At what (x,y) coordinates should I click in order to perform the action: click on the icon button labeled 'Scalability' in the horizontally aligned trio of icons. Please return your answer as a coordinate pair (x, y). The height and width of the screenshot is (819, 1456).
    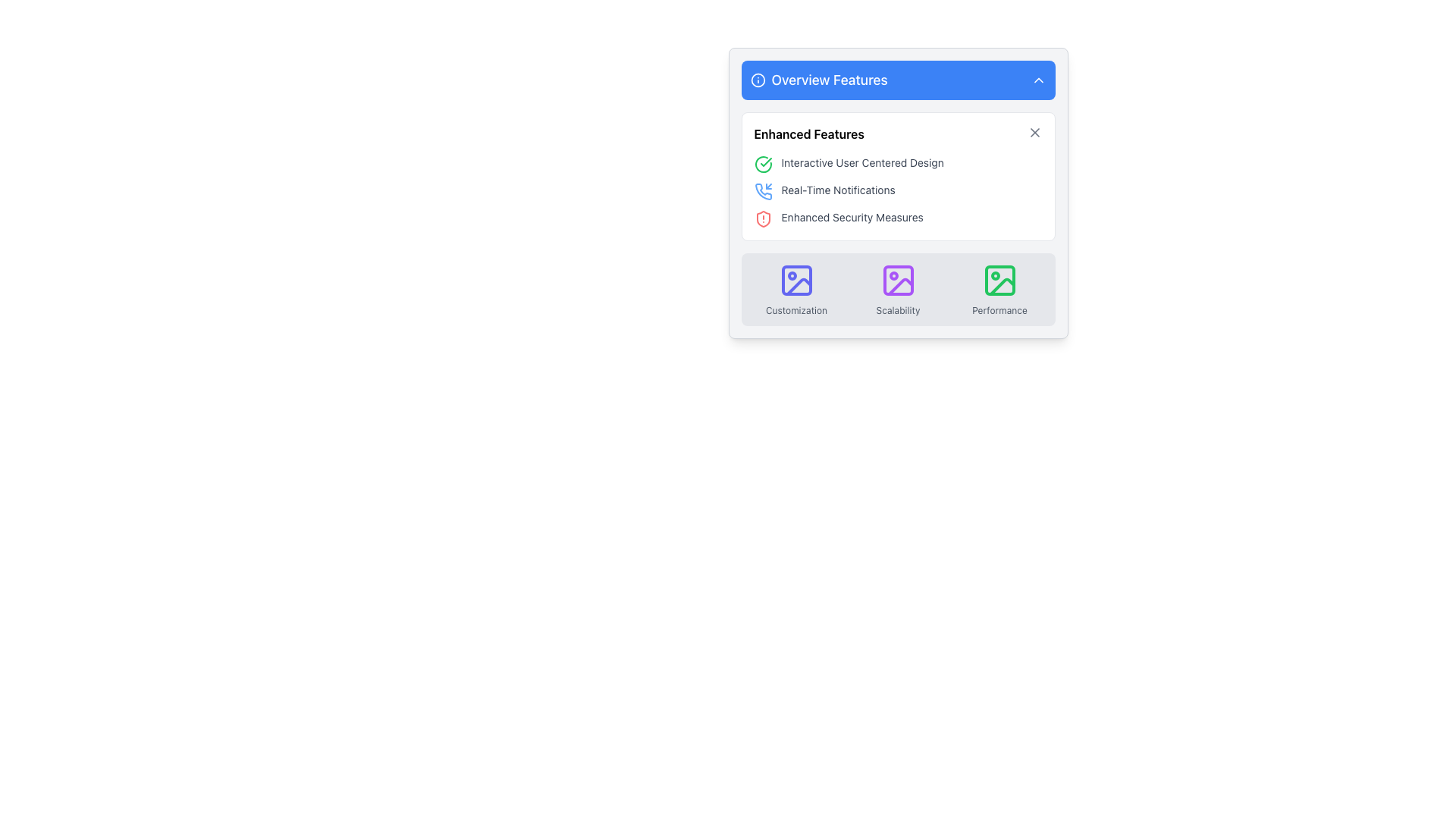
    Looking at the image, I should click on (898, 289).